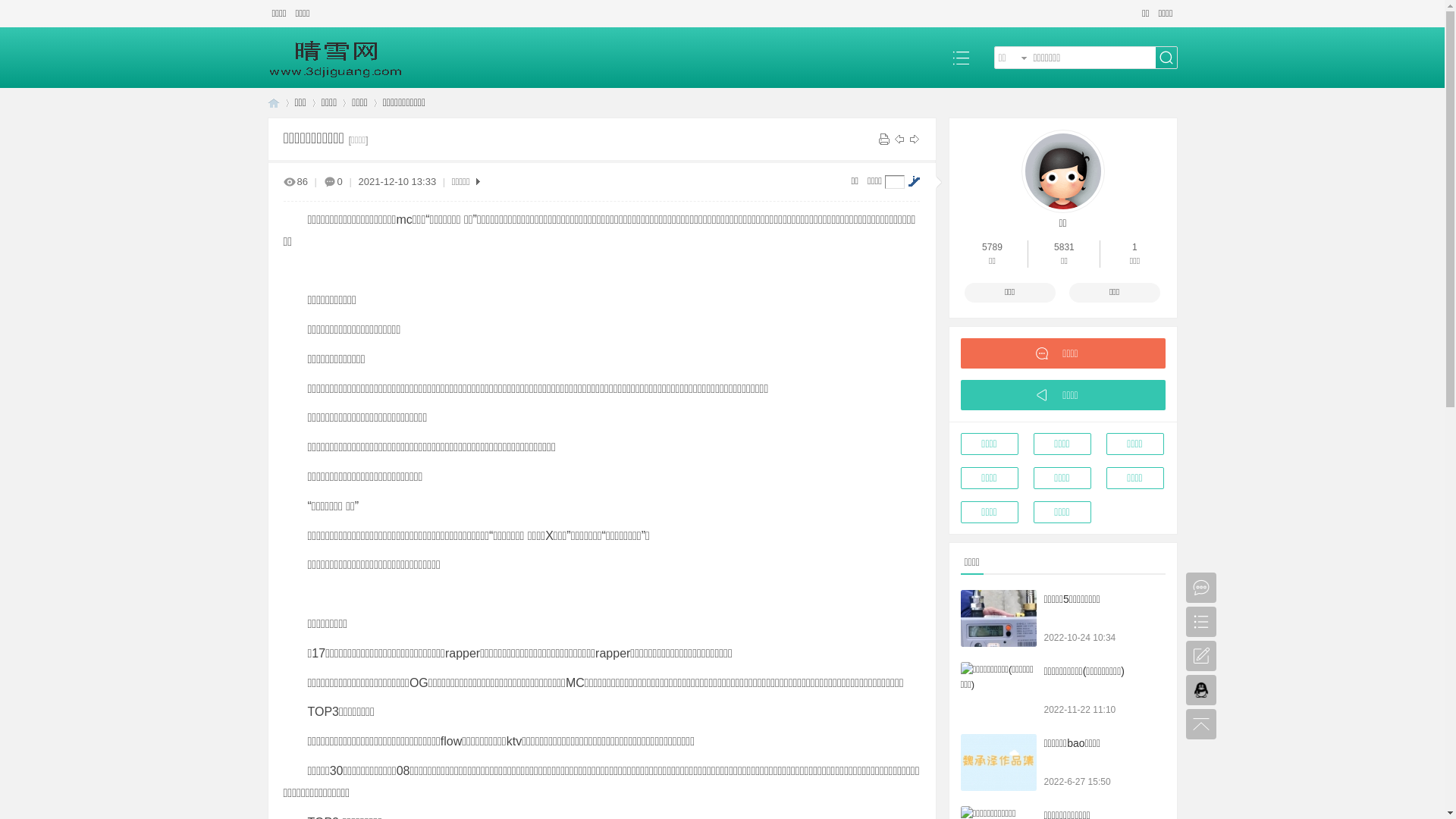  Describe the element at coordinates (992, 246) in the screenshot. I see `'5789'` at that location.